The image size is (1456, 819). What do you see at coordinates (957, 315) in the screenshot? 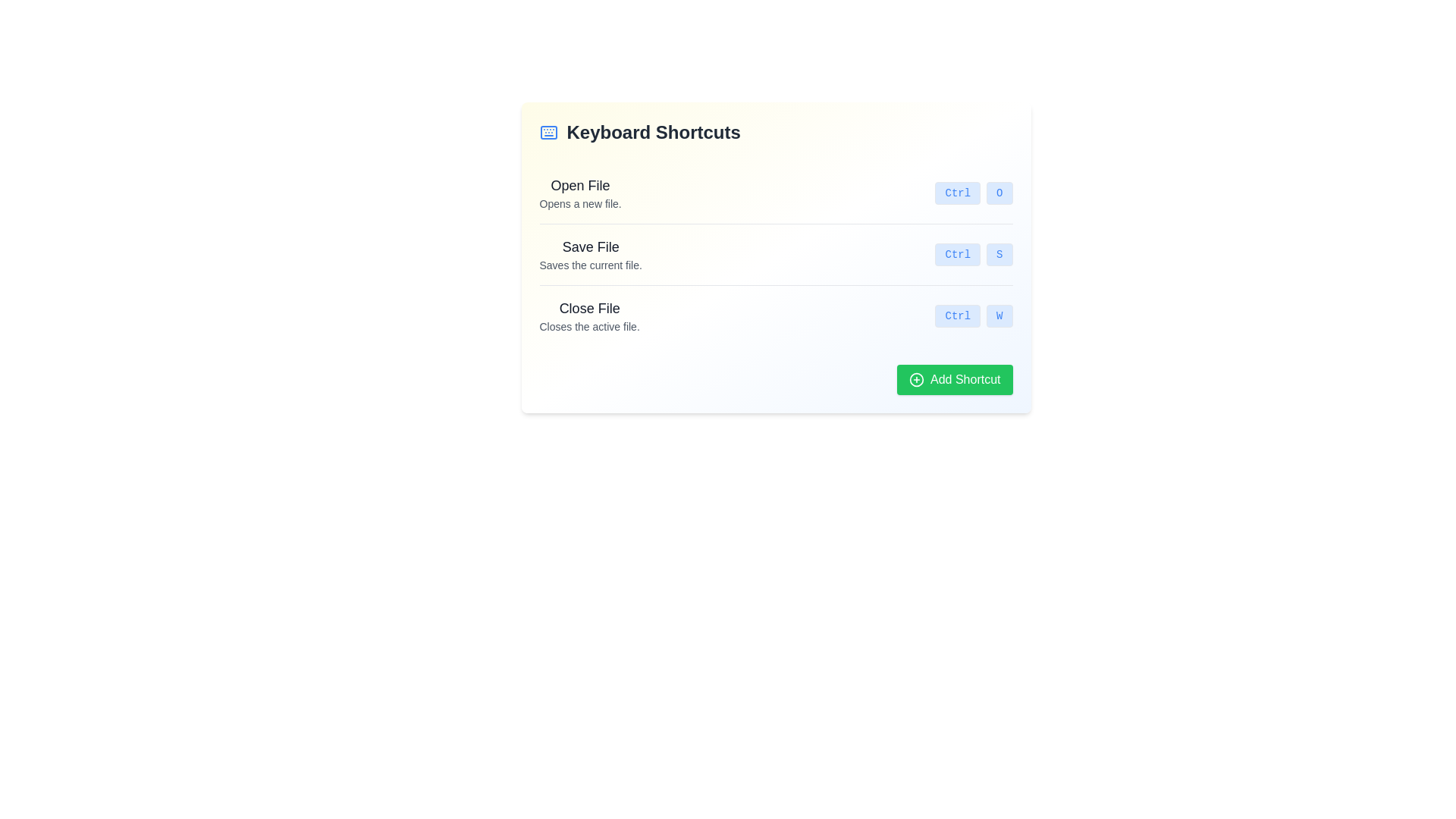
I see `the text and appearance of the 'Ctrl' key button-like label, which is the first button in the 'Close File' action section of the 'Keyboard Shortcuts'` at bounding box center [957, 315].